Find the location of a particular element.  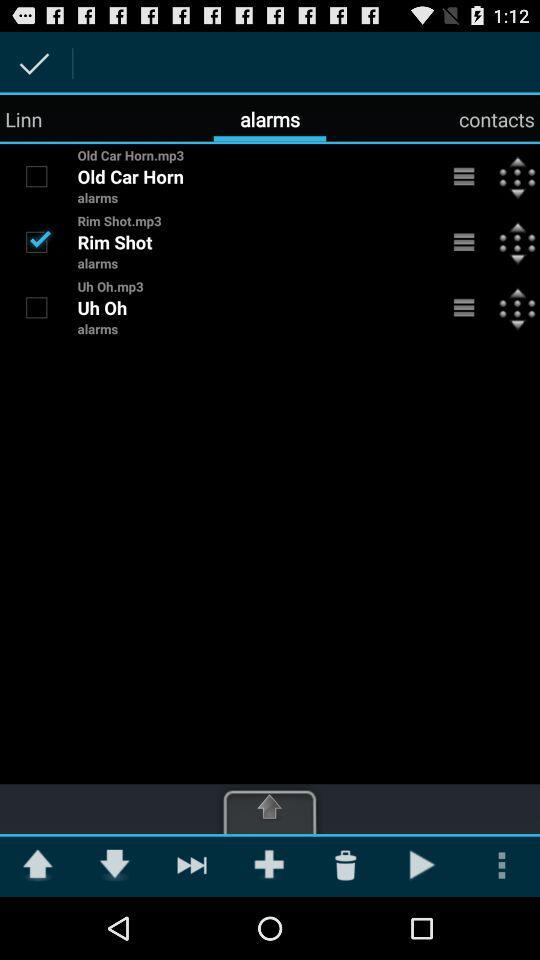

alarm sound is located at coordinates (36, 175).